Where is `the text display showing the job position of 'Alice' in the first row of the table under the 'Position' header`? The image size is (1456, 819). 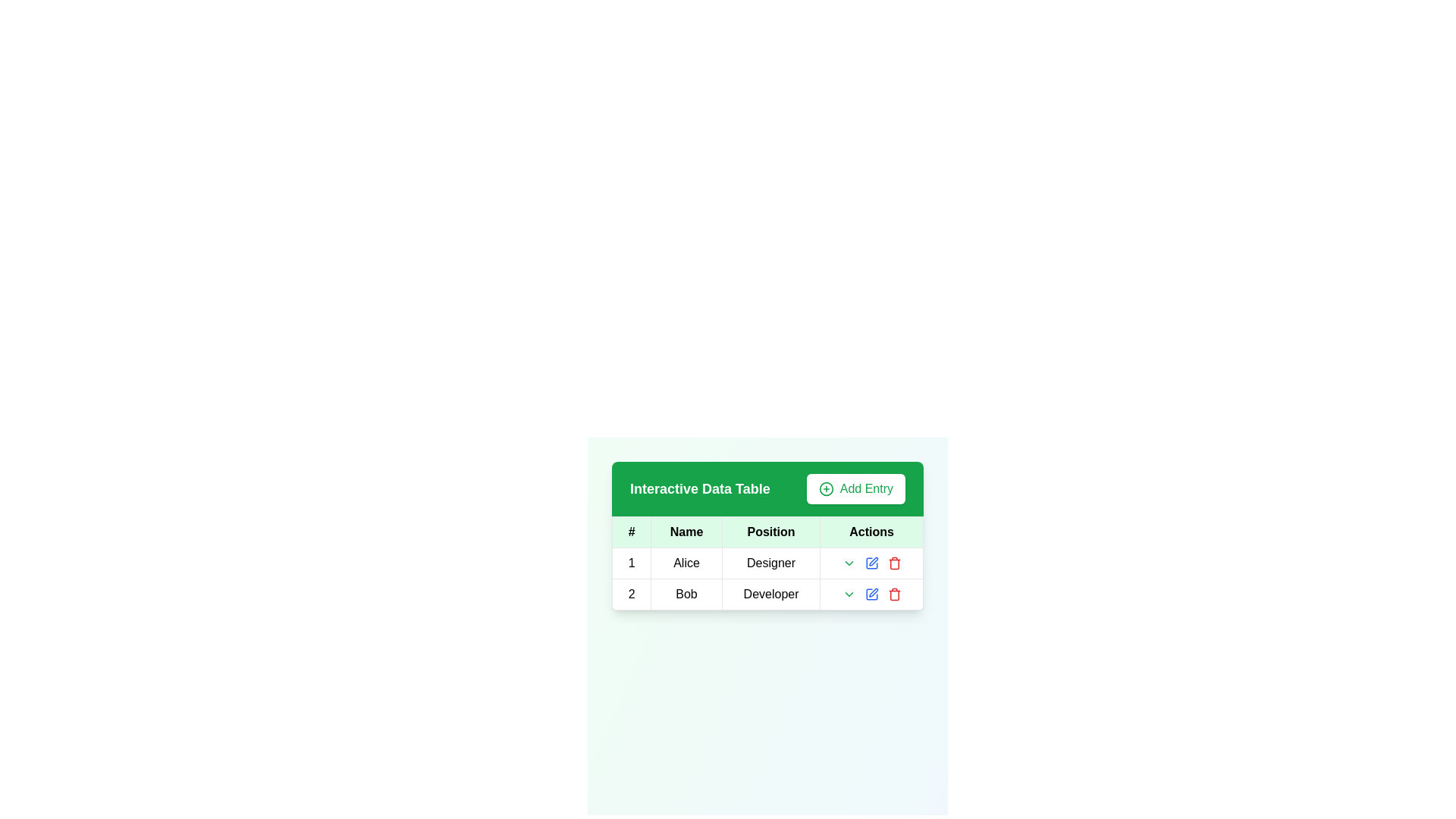
the text display showing the job position of 'Alice' in the first row of the table under the 'Position' header is located at coordinates (771, 563).